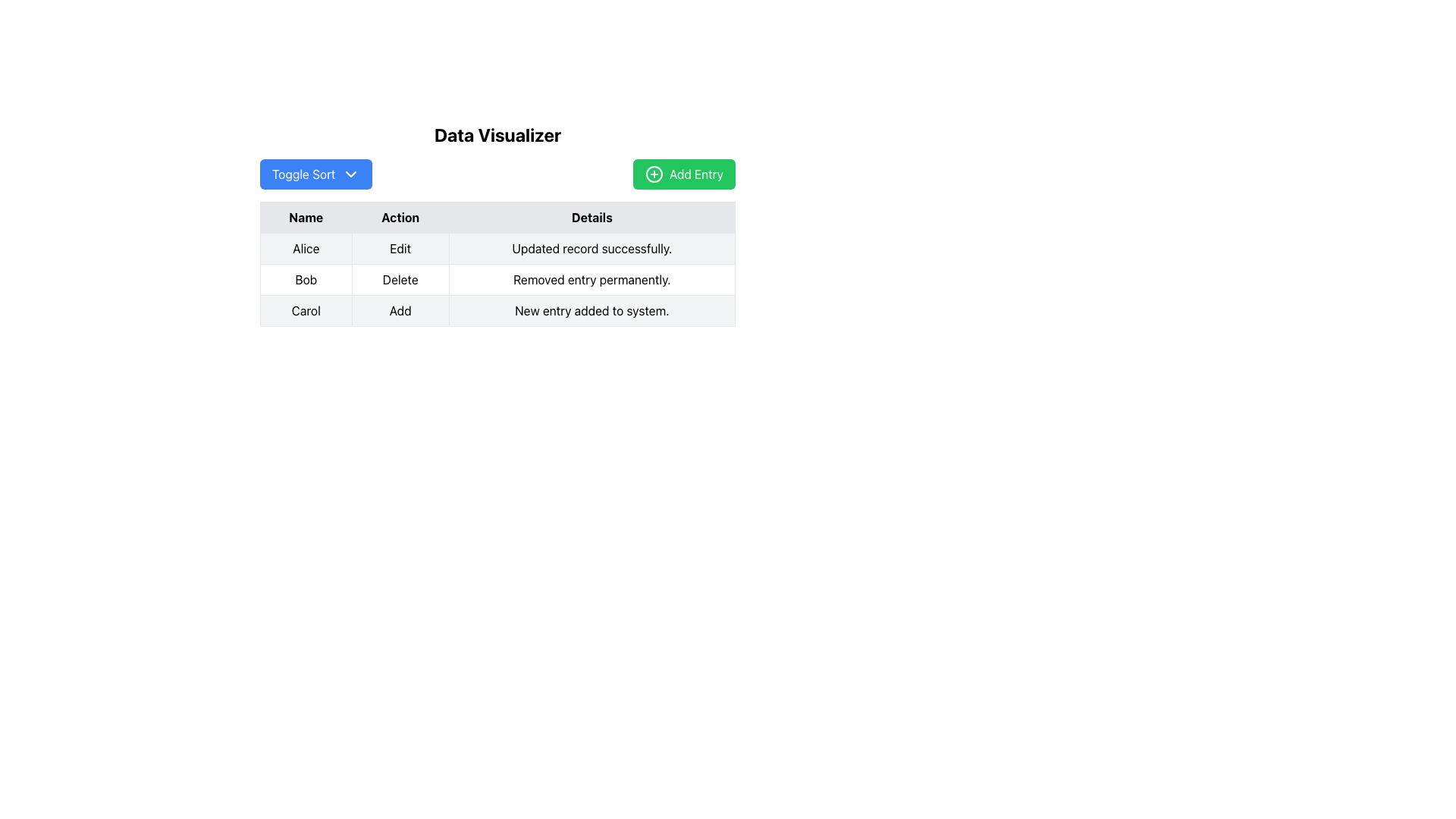 Image resolution: width=1456 pixels, height=819 pixels. Describe the element at coordinates (315, 174) in the screenshot. I see `the rectangular button with a blue background and white text reading 'Toggle Sort'` at that location.